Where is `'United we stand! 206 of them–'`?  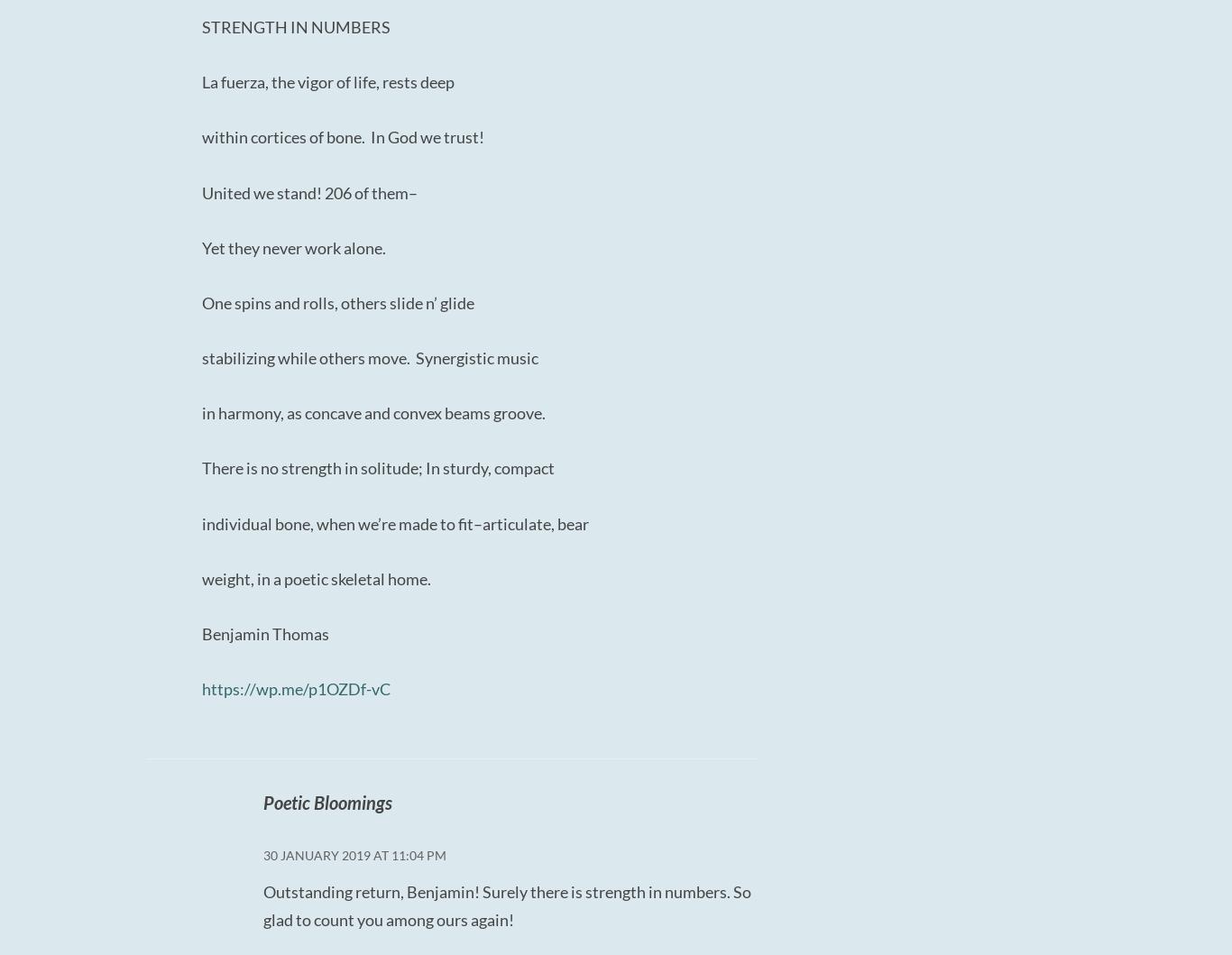 'United we stand! 206 of them–' is located at coordinates (308, 191).